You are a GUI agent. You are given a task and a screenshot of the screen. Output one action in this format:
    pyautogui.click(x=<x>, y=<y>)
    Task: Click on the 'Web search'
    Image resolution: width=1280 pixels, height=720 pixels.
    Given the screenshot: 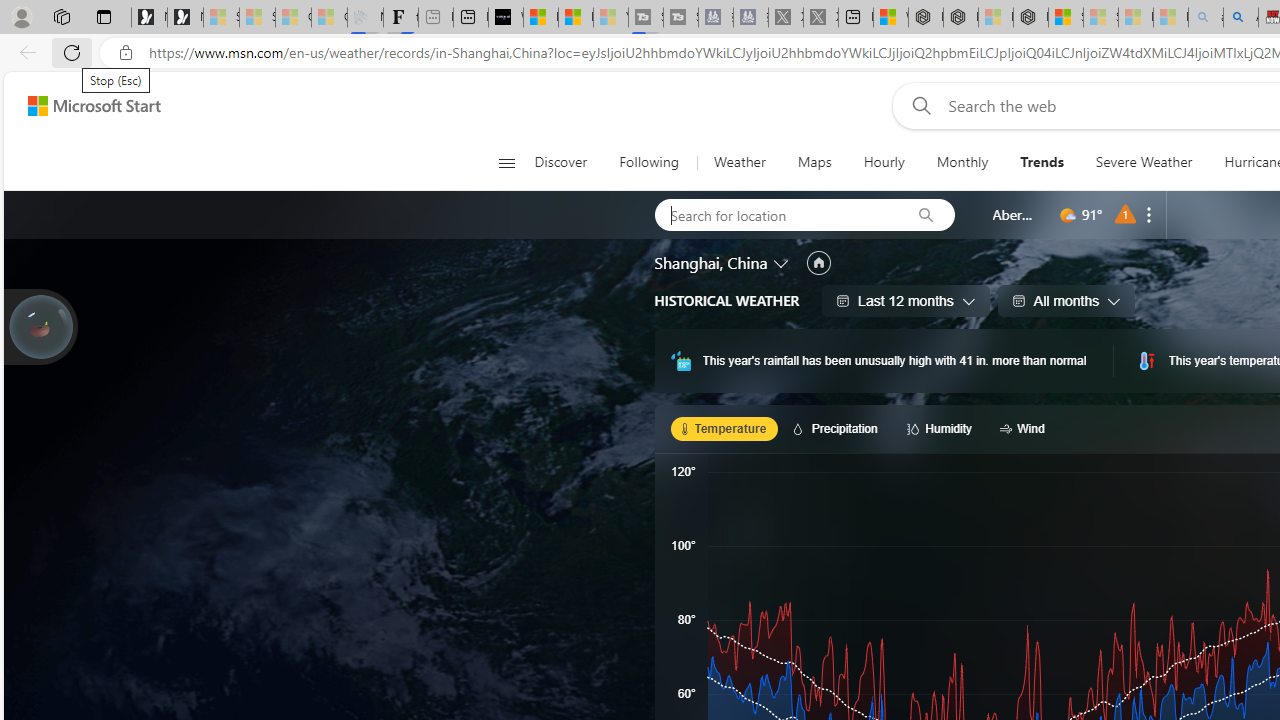 What is the action you would take?
    pyautogui.click(x=916, y=105)
    